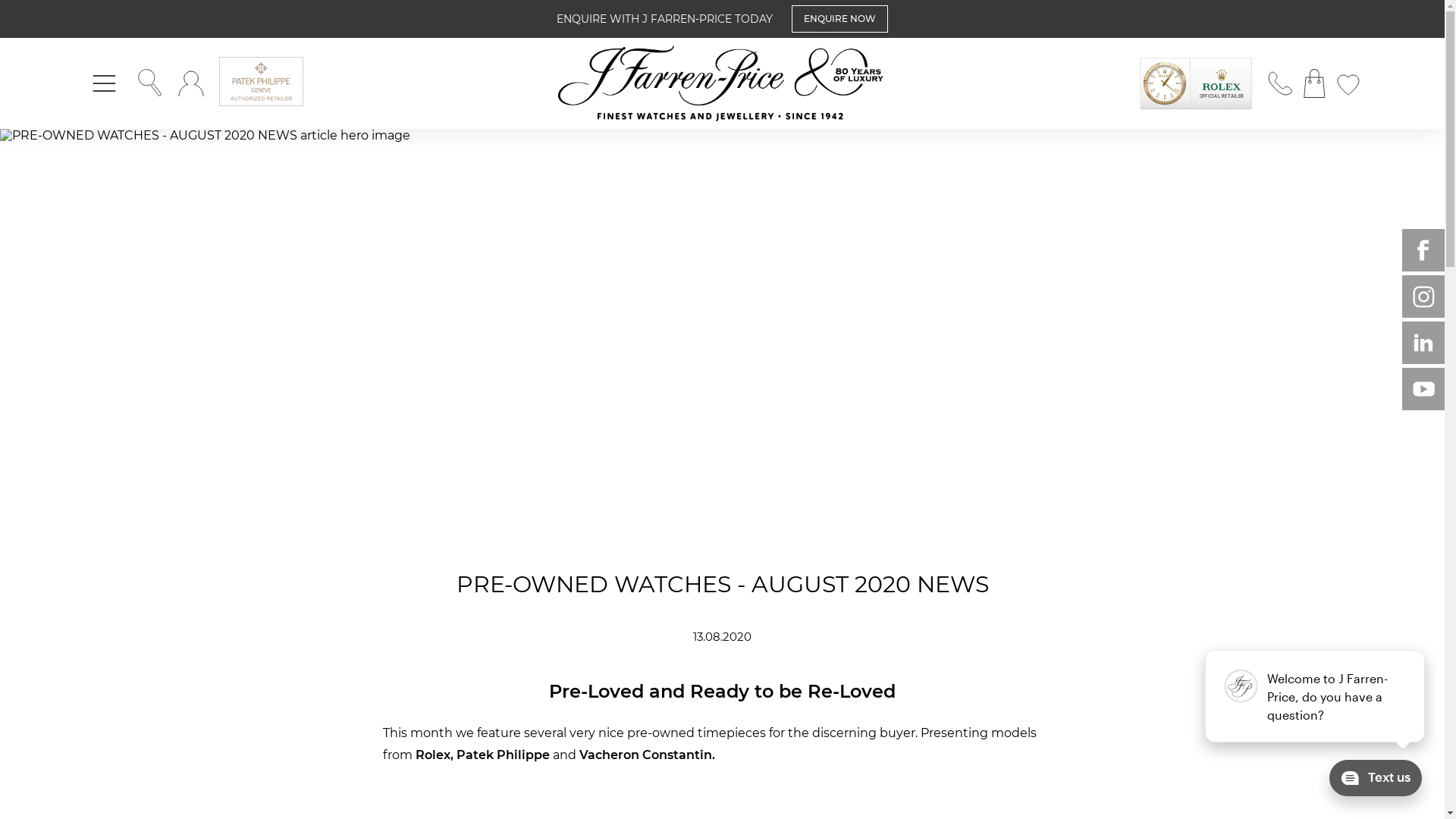 The image size is (1456, 819). Describe the element at coordinates (839, 19) in the screenshot. I see `'ENQUIRE NOW'` at that location.